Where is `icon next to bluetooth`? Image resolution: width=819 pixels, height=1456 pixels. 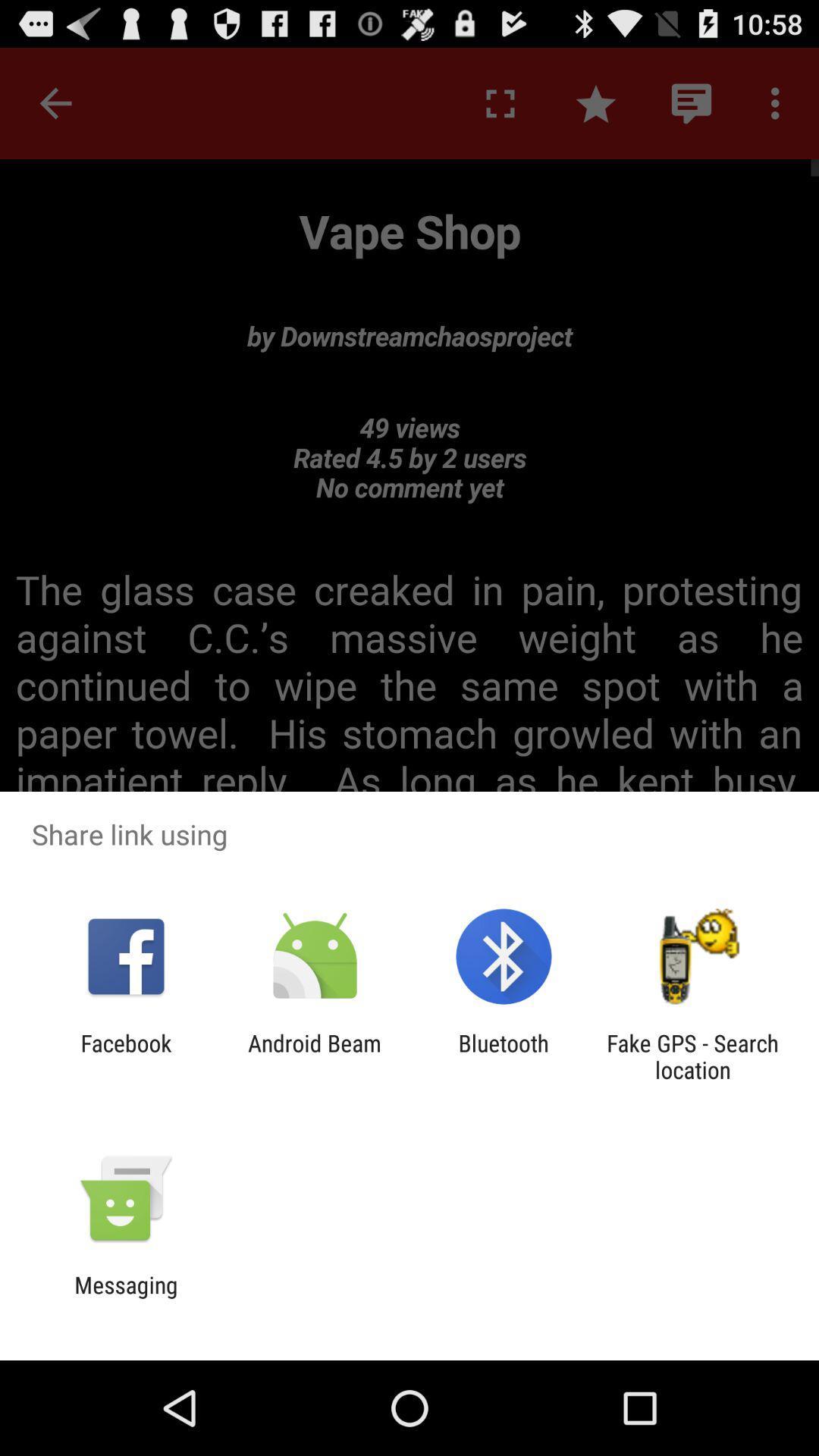
icon next to bluetooth is located at coordinates (692, 1056).